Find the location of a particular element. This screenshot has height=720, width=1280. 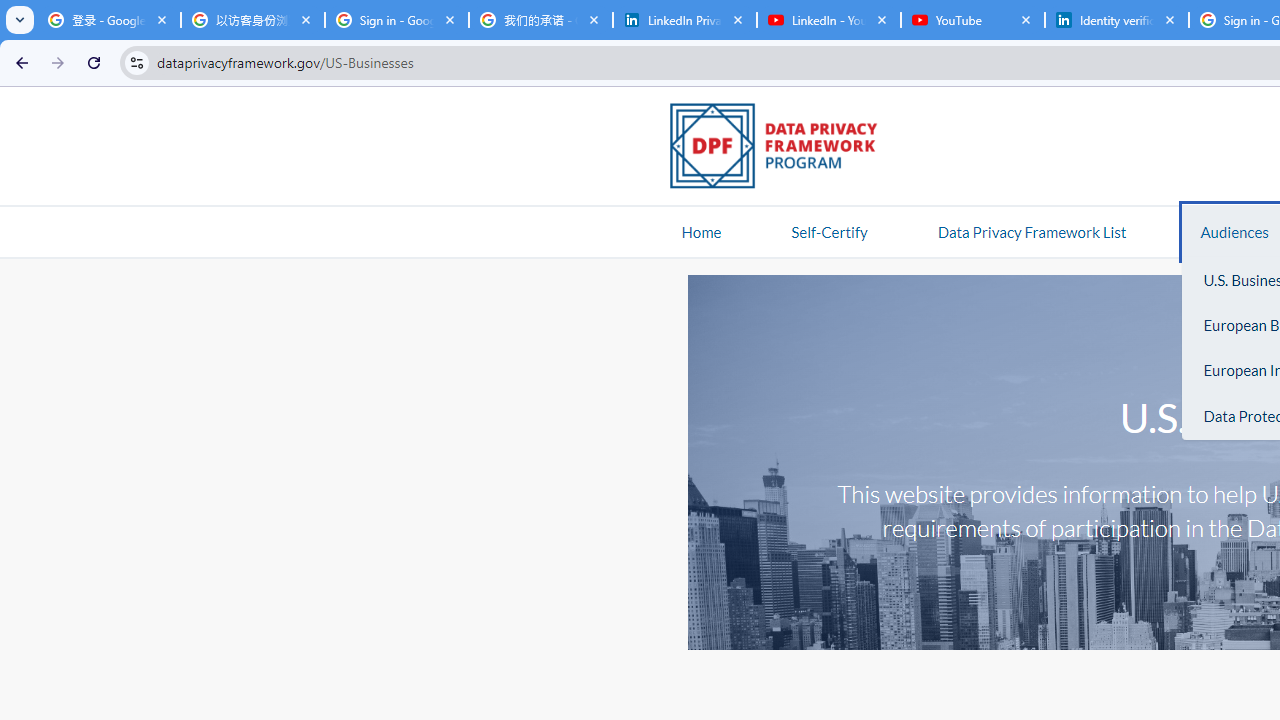

'LinkedIn - YouTube' is located at coordinates (828, 20).